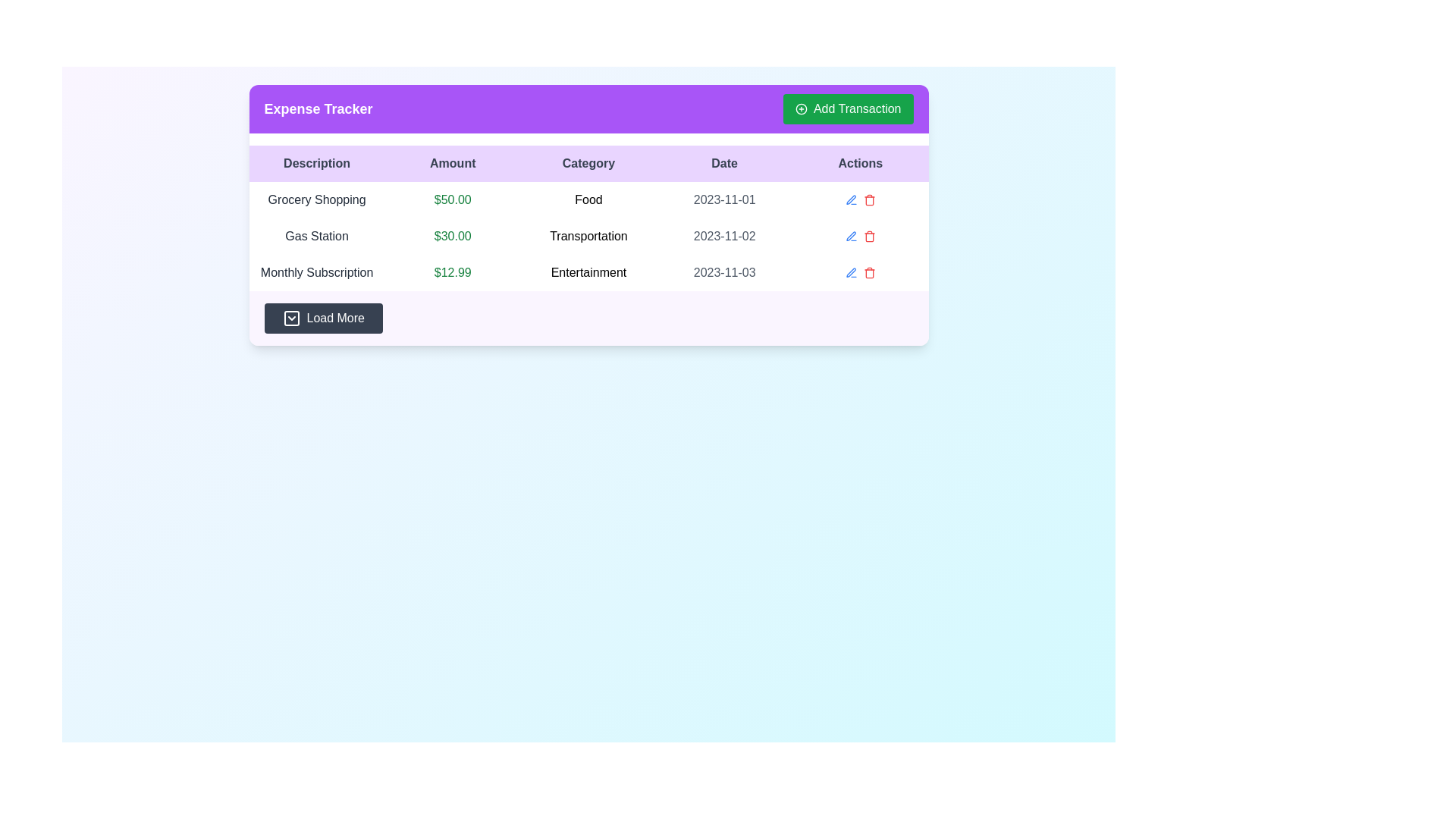 This screenshot has width=1456, height=819. Describe the element at coordinates (860, 164) in the screenshot. I see `the 'Actions' header label, which is the last item in a row of column headers for a table` at that location.